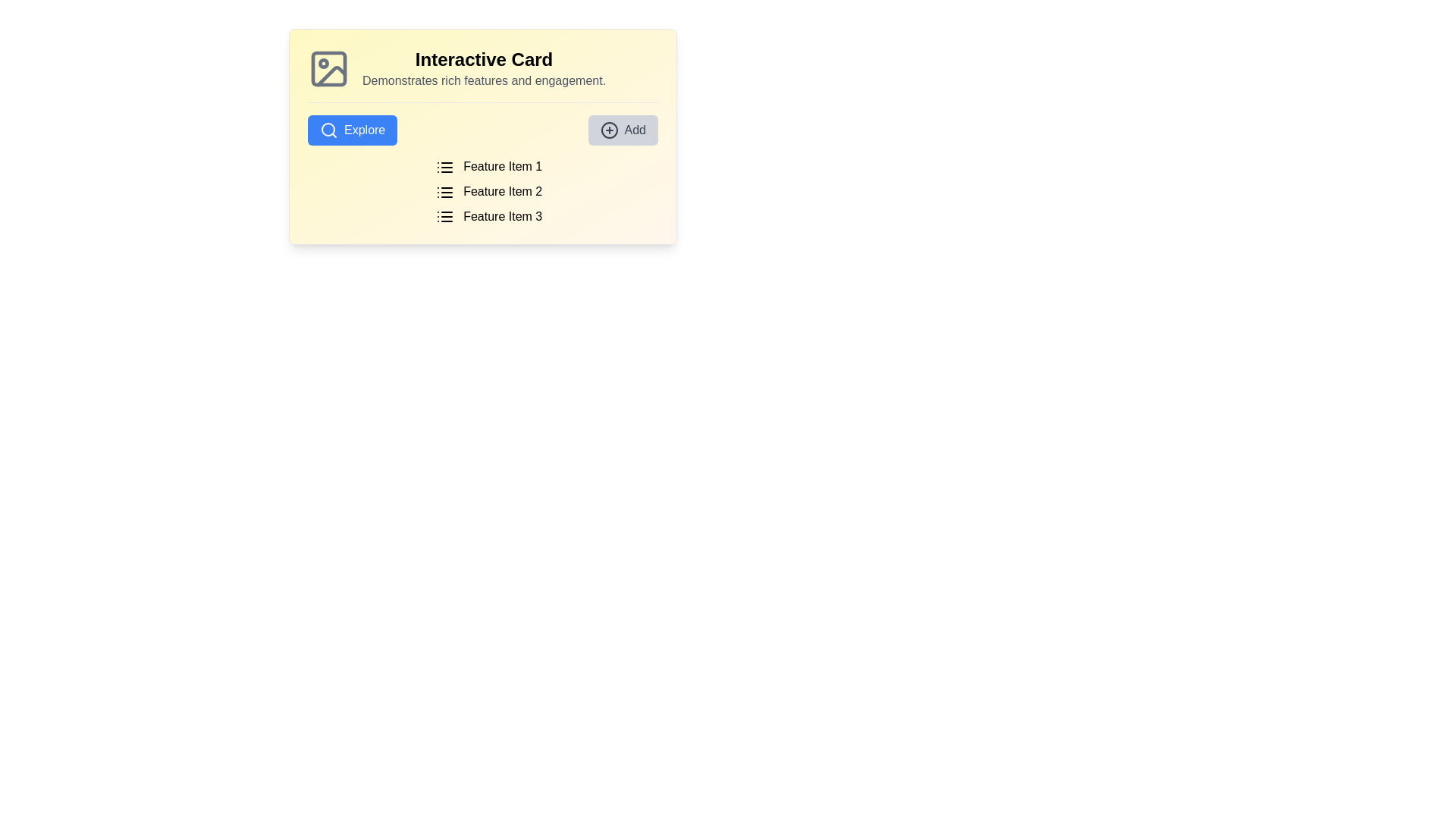  I want to click on the text block located at the top segment of the card structure, which is positioned to the right of an image icon and above buttons and a list, so click(482, 75).